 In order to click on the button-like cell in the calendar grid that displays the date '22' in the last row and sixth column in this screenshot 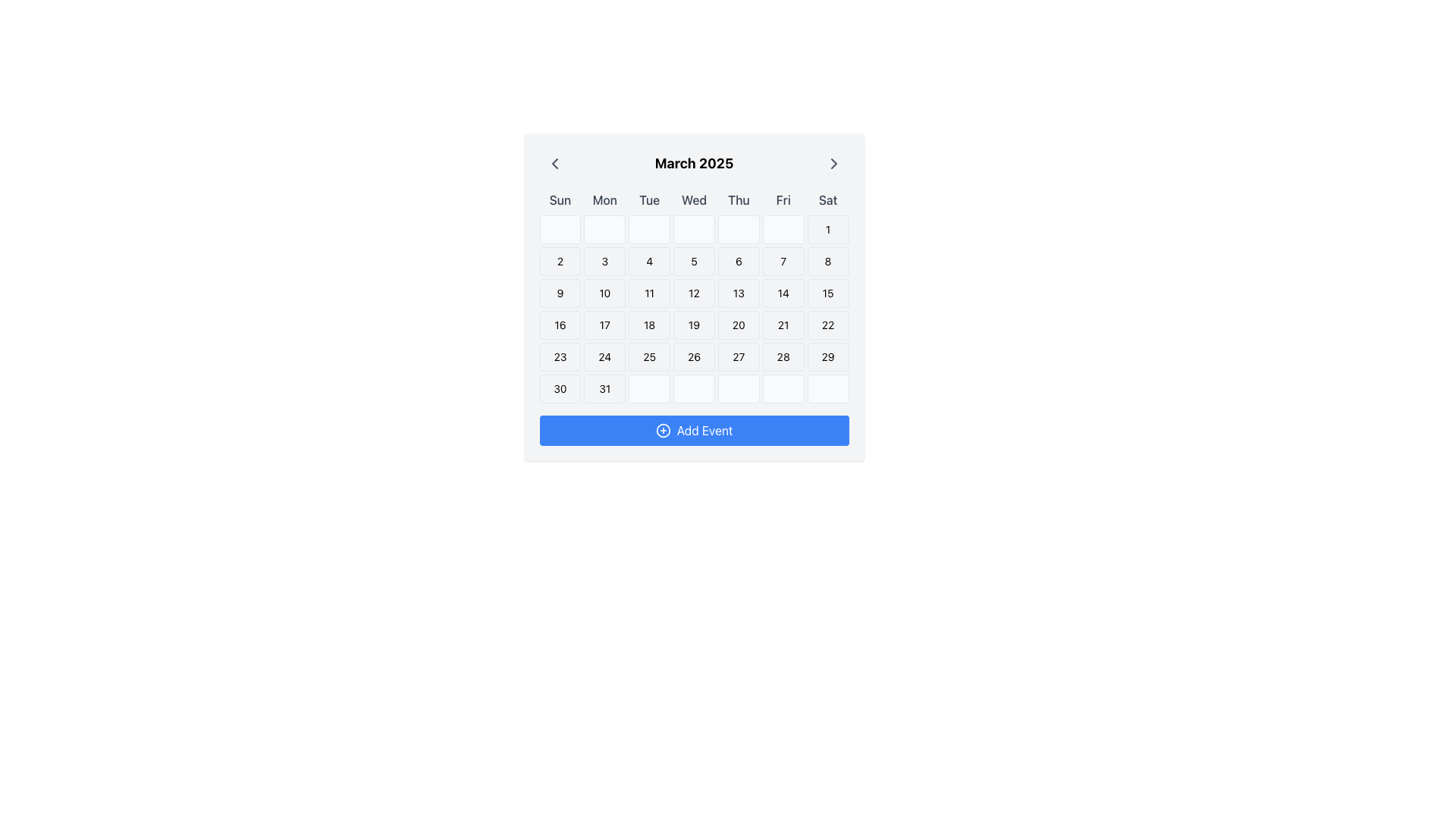, I will do `click(827, 324)`.